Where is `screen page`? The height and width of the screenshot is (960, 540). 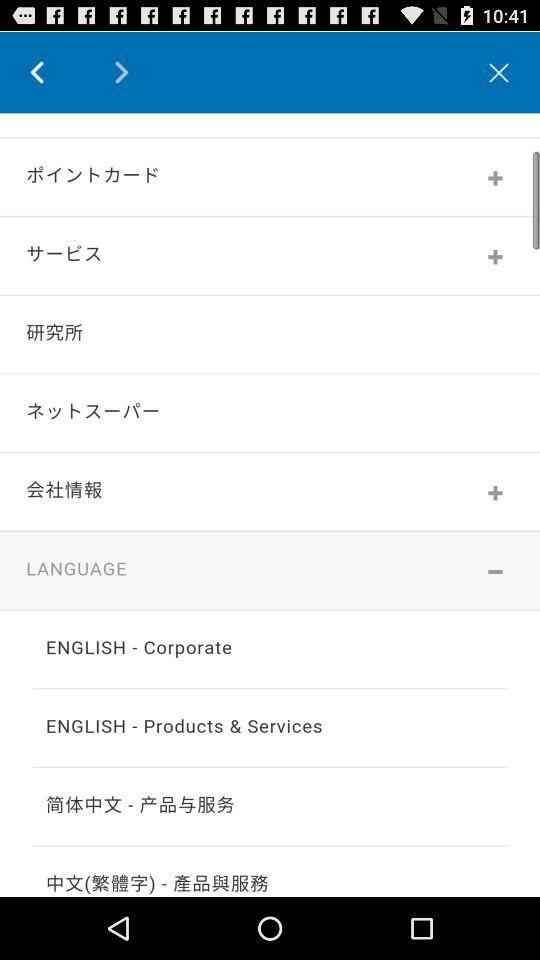
screen page is located at coordinates (270, 503).